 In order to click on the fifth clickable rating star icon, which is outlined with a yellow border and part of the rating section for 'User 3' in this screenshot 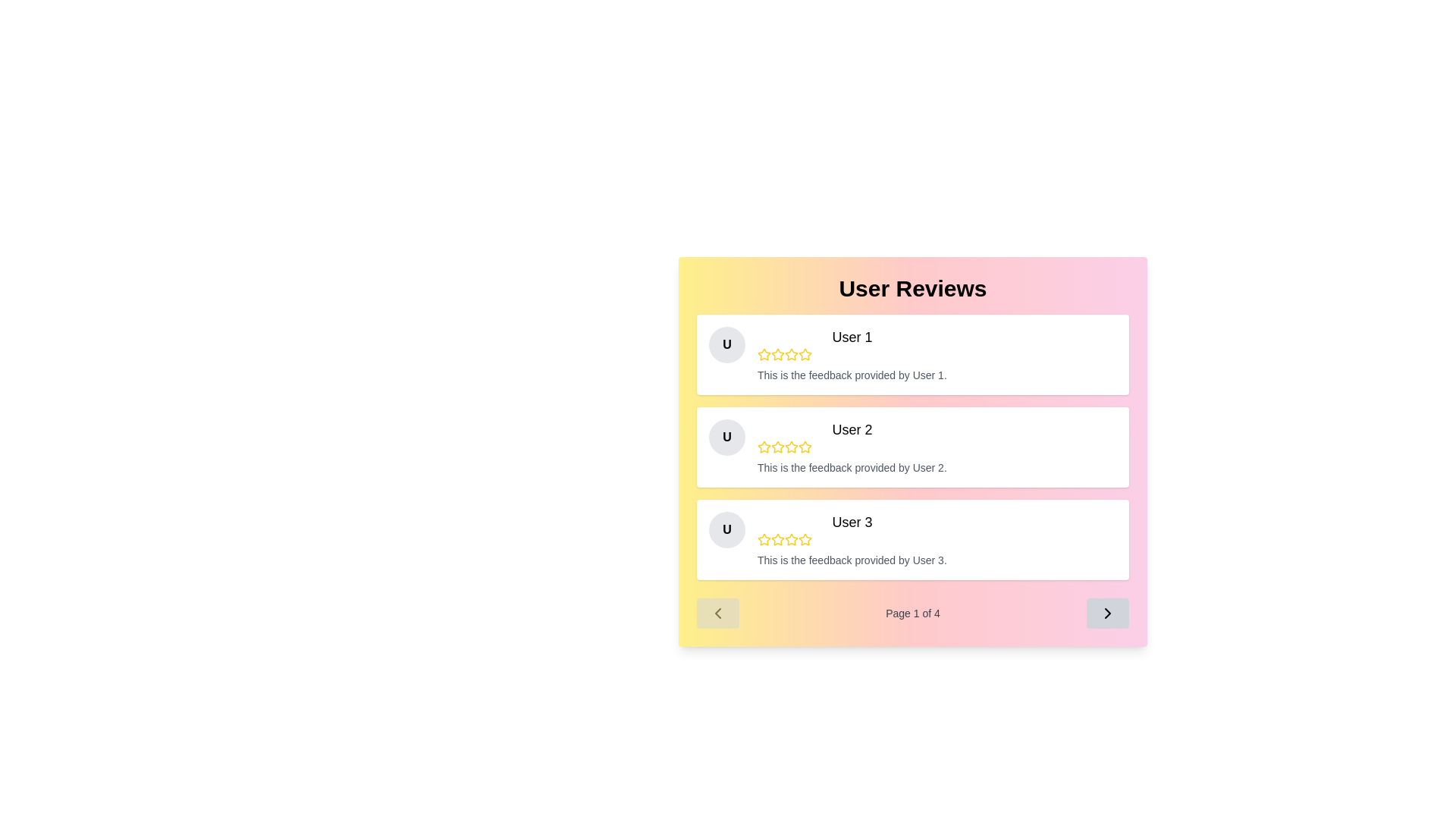, I will do `click(804, 539)`.